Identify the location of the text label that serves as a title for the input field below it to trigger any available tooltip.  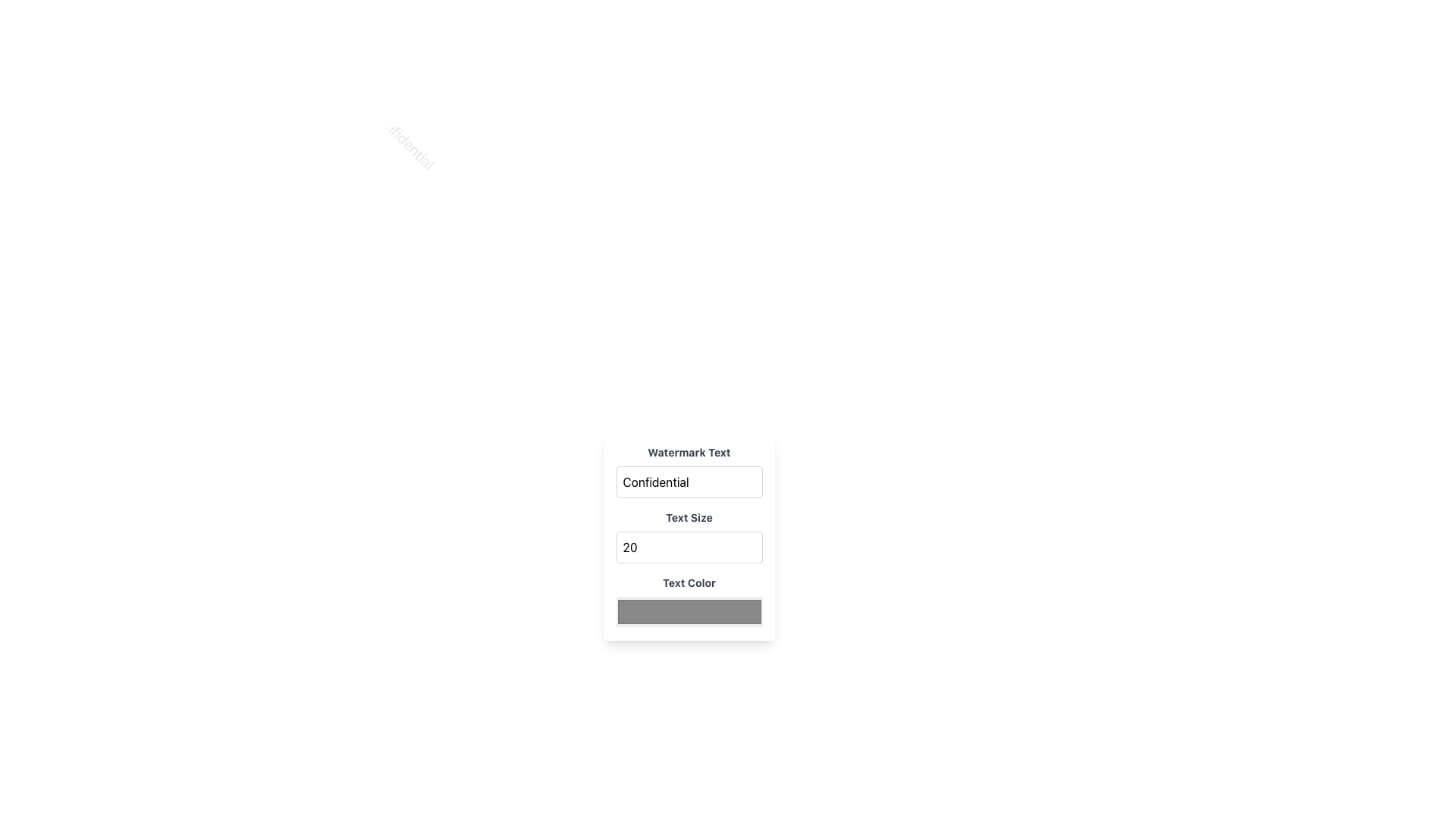
(688, 452).